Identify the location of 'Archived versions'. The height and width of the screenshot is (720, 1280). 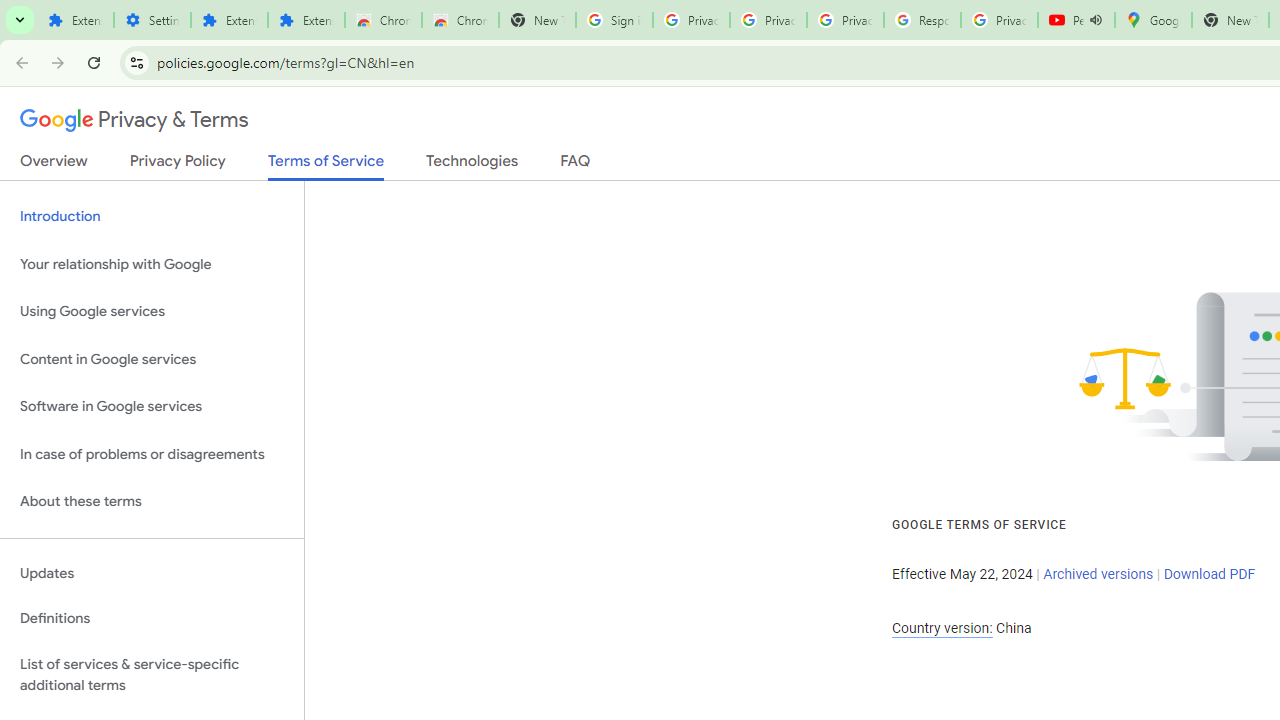
(1097, 574).